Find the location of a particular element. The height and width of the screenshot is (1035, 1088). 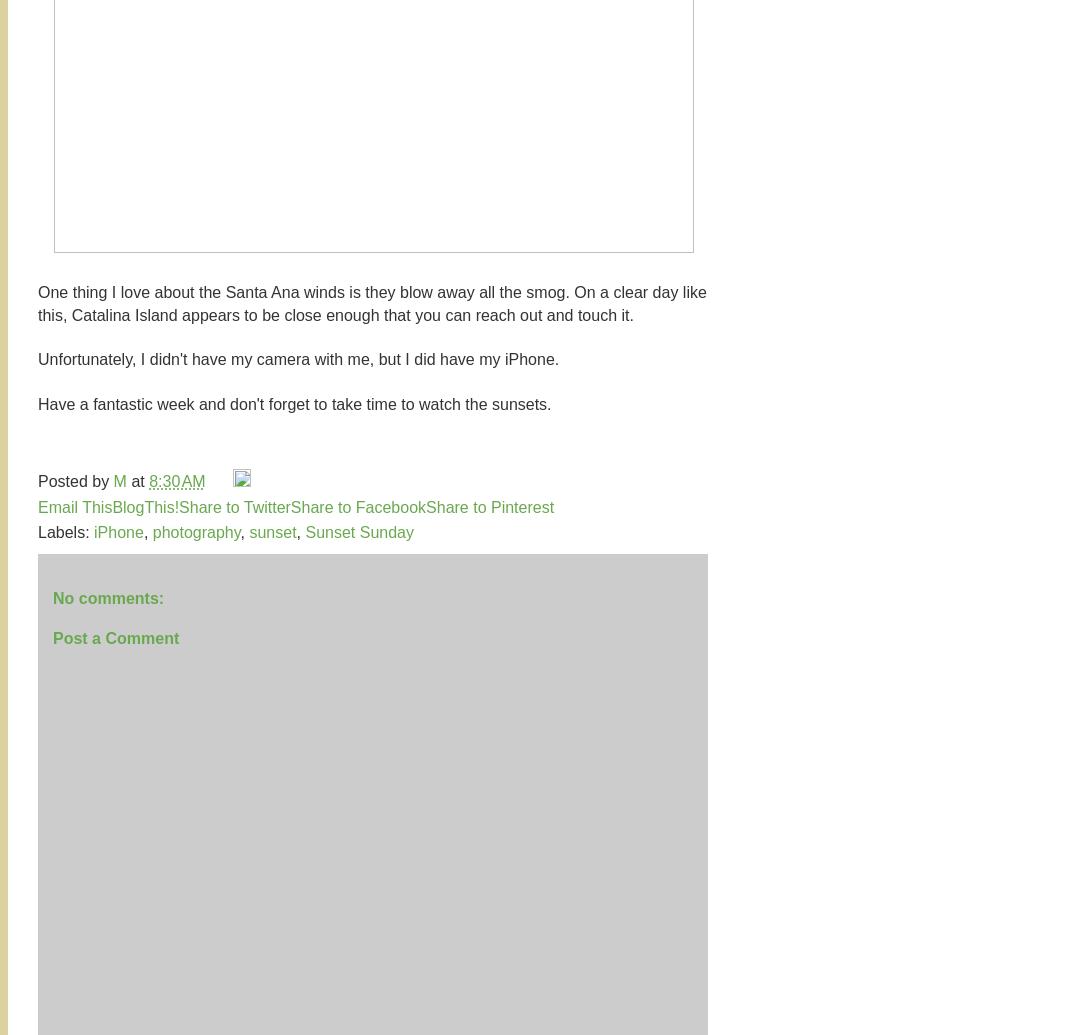

'Share to Facebook' is located at coordinates (357, 506).